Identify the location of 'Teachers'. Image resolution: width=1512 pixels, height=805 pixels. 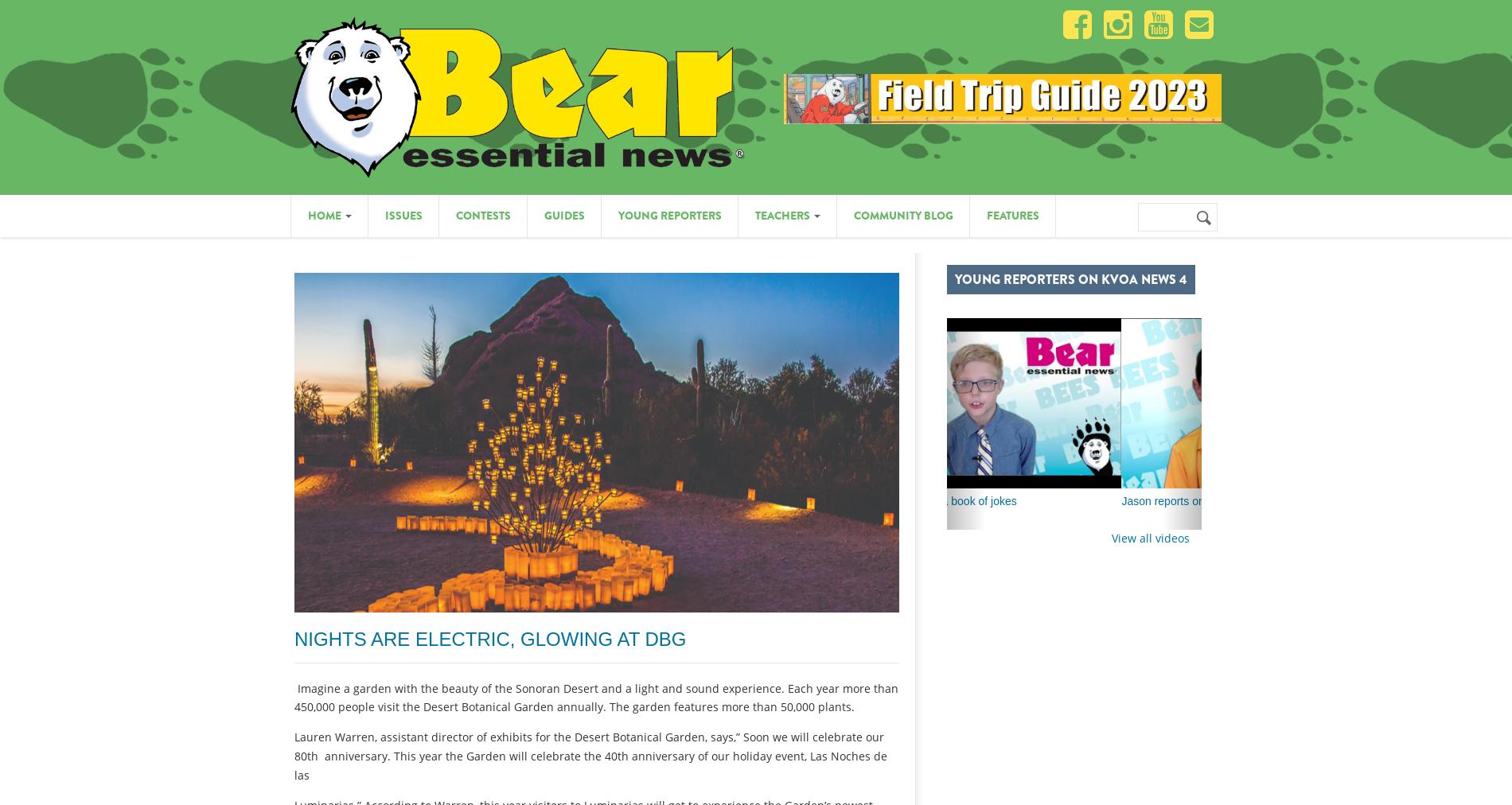
(783, 215).